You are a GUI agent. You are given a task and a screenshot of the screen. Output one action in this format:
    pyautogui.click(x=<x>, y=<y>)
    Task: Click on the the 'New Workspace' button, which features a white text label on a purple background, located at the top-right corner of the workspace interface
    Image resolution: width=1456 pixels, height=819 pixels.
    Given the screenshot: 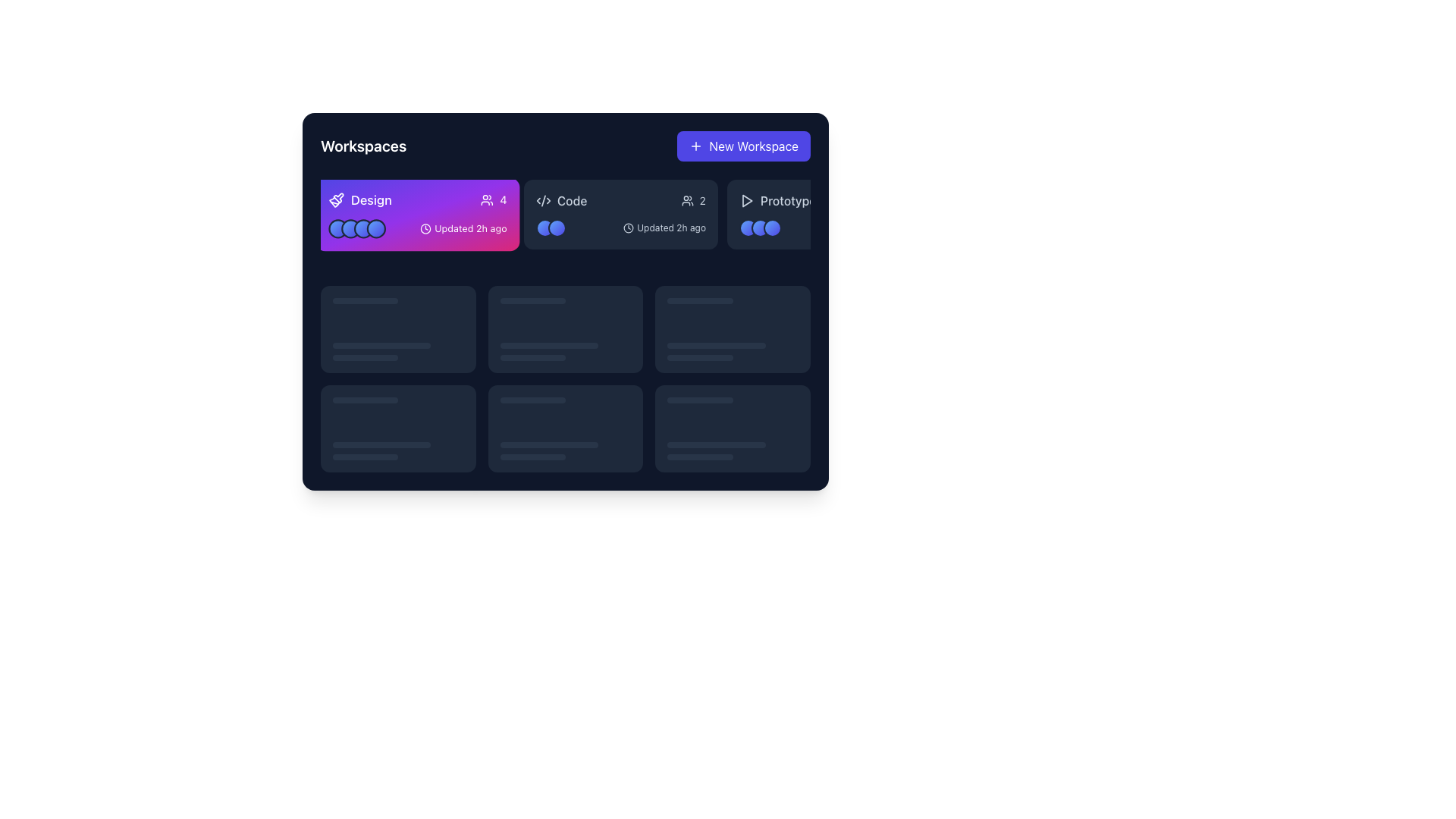 What is the action you would take?
    pyautogui.click(x=754, y=146)
    